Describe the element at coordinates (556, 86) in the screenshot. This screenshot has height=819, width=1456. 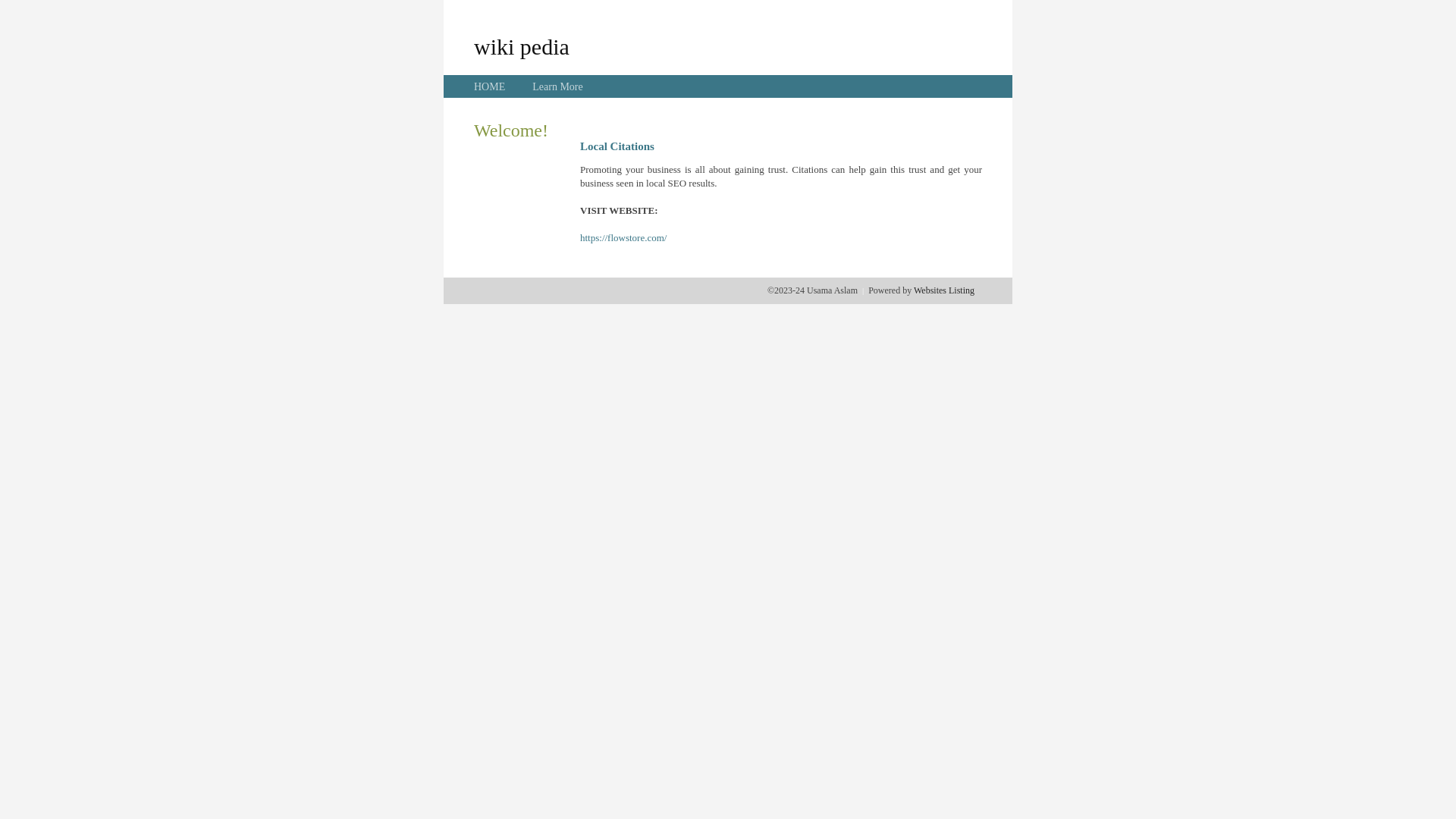
I see `'Learn More'` at that location.